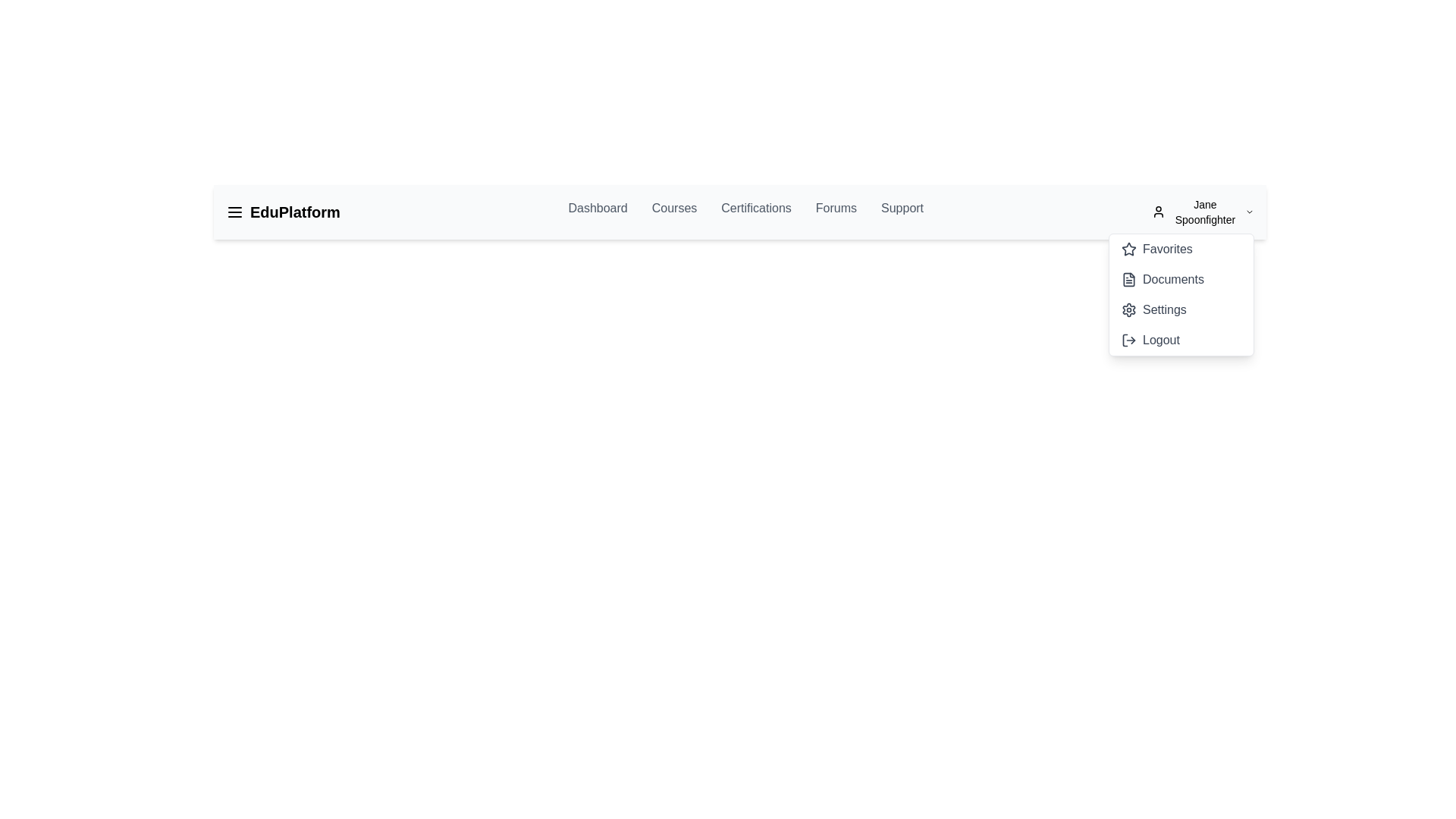 This screenshot has width=1456, height=819. I want to click on the cogwheel icon in the dropdown menu located in the upper-right corner, so click(1128, 309).